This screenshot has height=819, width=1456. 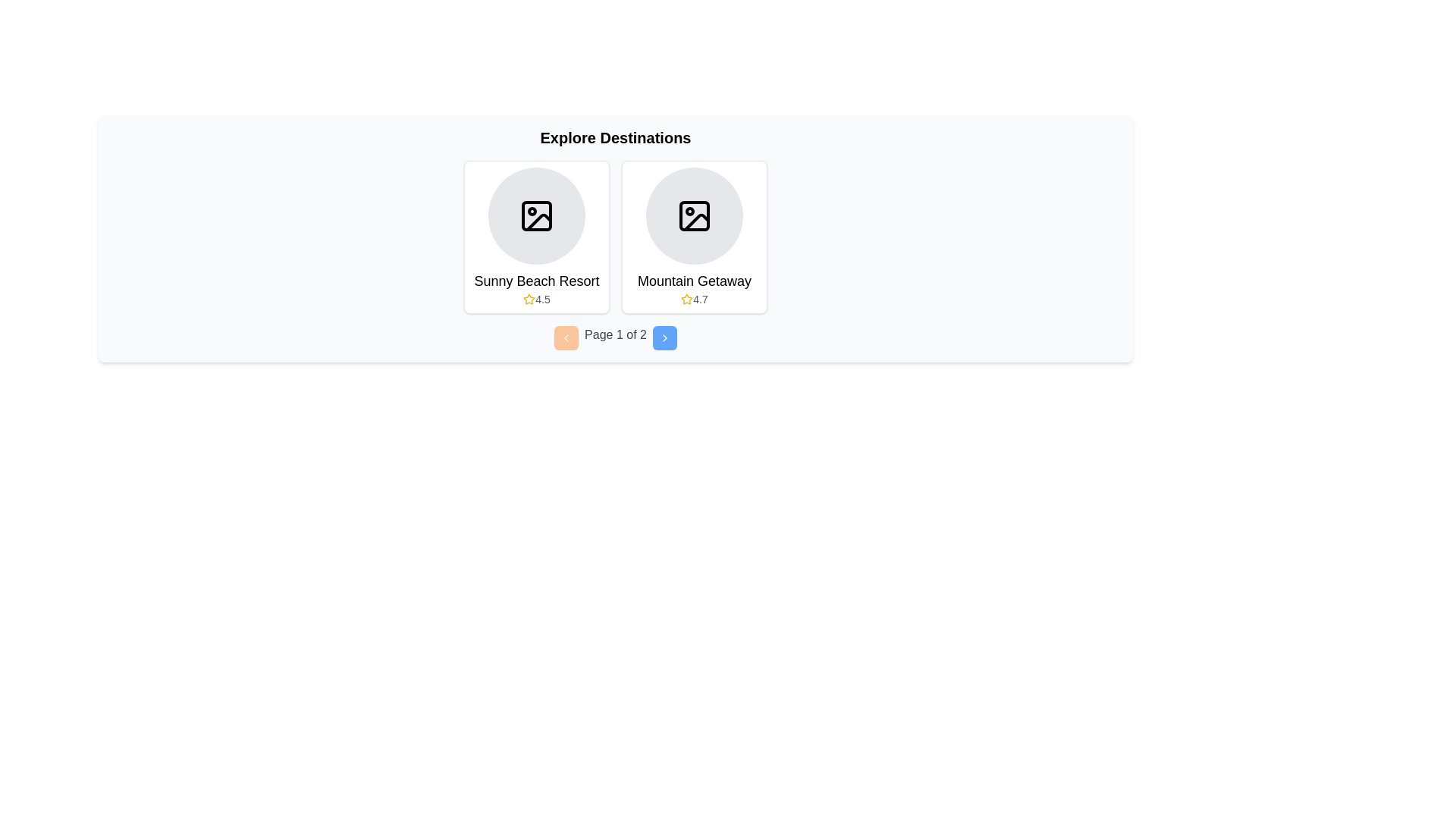 What do you see at coordinates (694, 299) in the screenshot?
I see `the Rating label displayed at the lower part of the 'Mountain Getaway' card, which shows the rating score` at bounding box center [694, 299].